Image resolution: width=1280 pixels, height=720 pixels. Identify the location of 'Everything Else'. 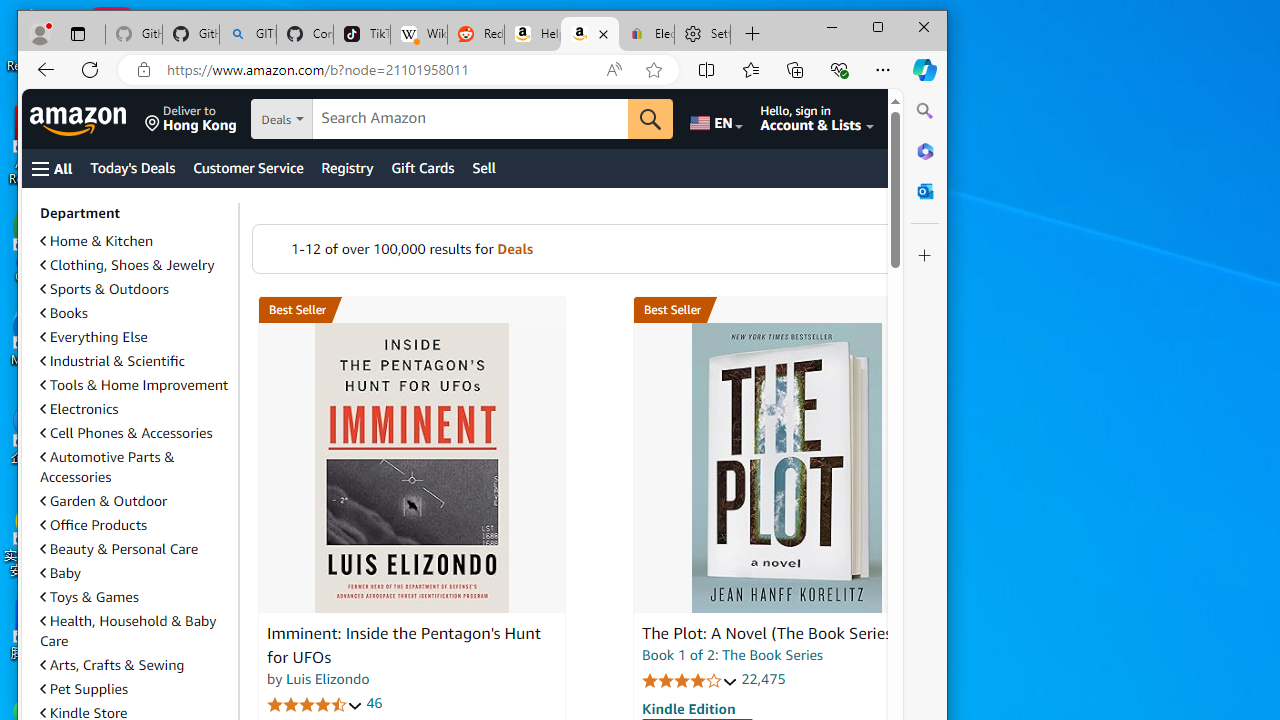
(93, 336).